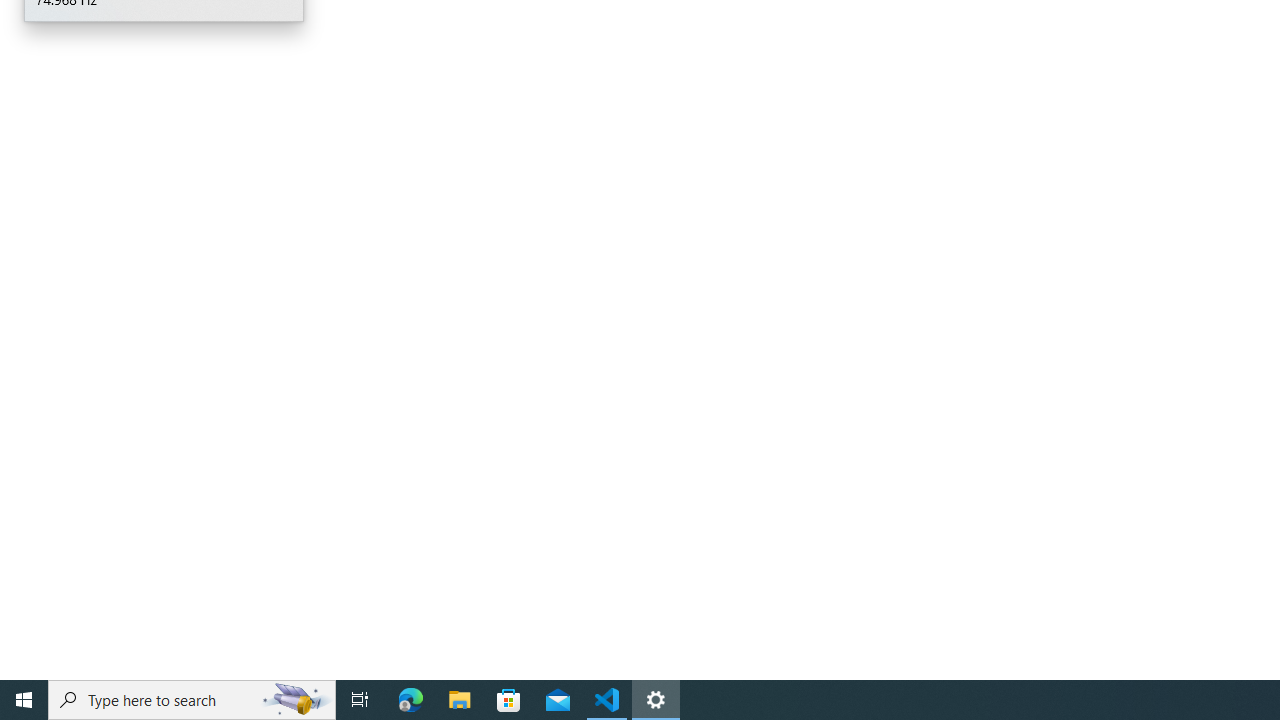 This screenshot has width=1280, height=720. Describe the element at coordinates (24, 698) in the screenshot. I see `'Start'` at that location.